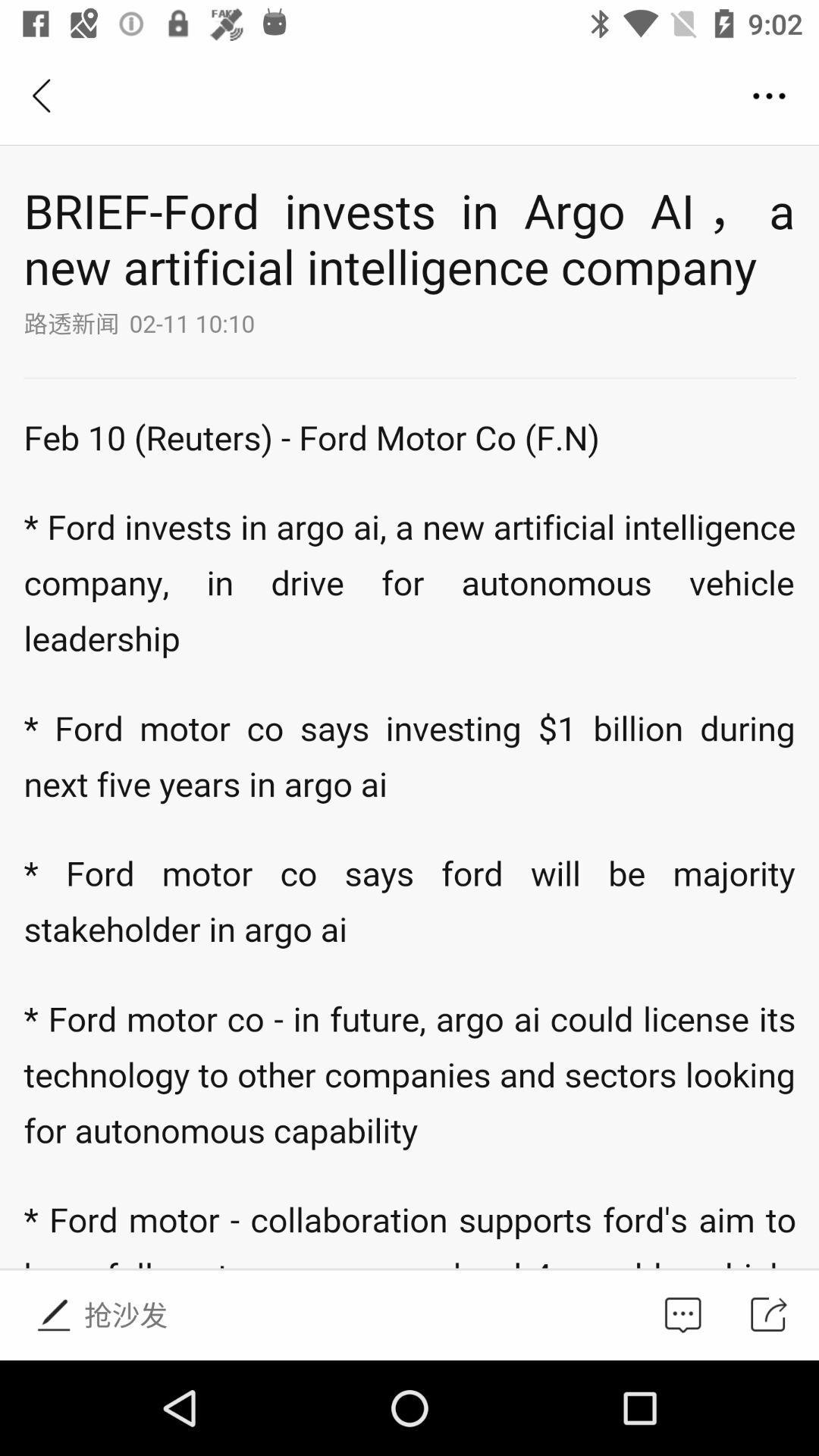  I want to click on the chat icon, so click(682, 1314).